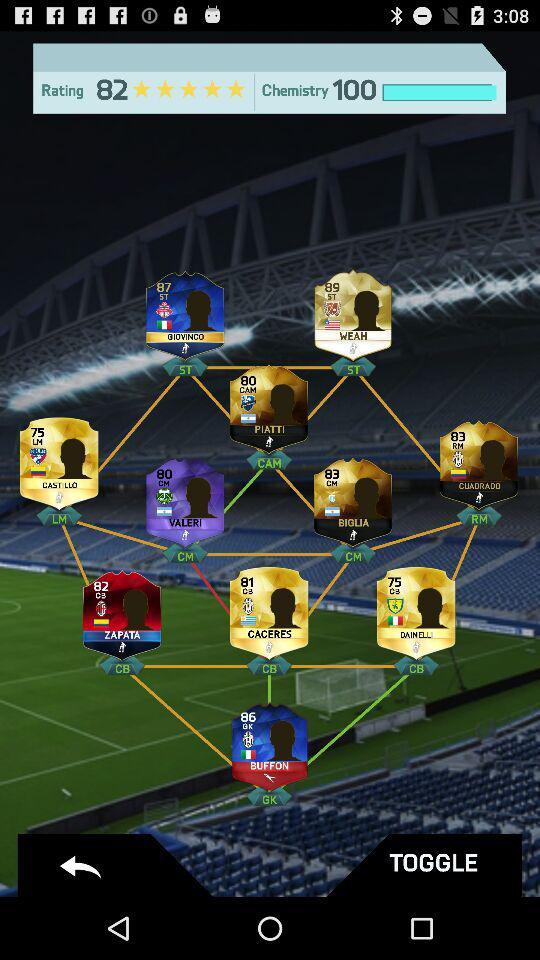 The image size is (540, 960). Describe the element at coordinates (118, 864) in the screenshot. I see `return to previous` at that location.